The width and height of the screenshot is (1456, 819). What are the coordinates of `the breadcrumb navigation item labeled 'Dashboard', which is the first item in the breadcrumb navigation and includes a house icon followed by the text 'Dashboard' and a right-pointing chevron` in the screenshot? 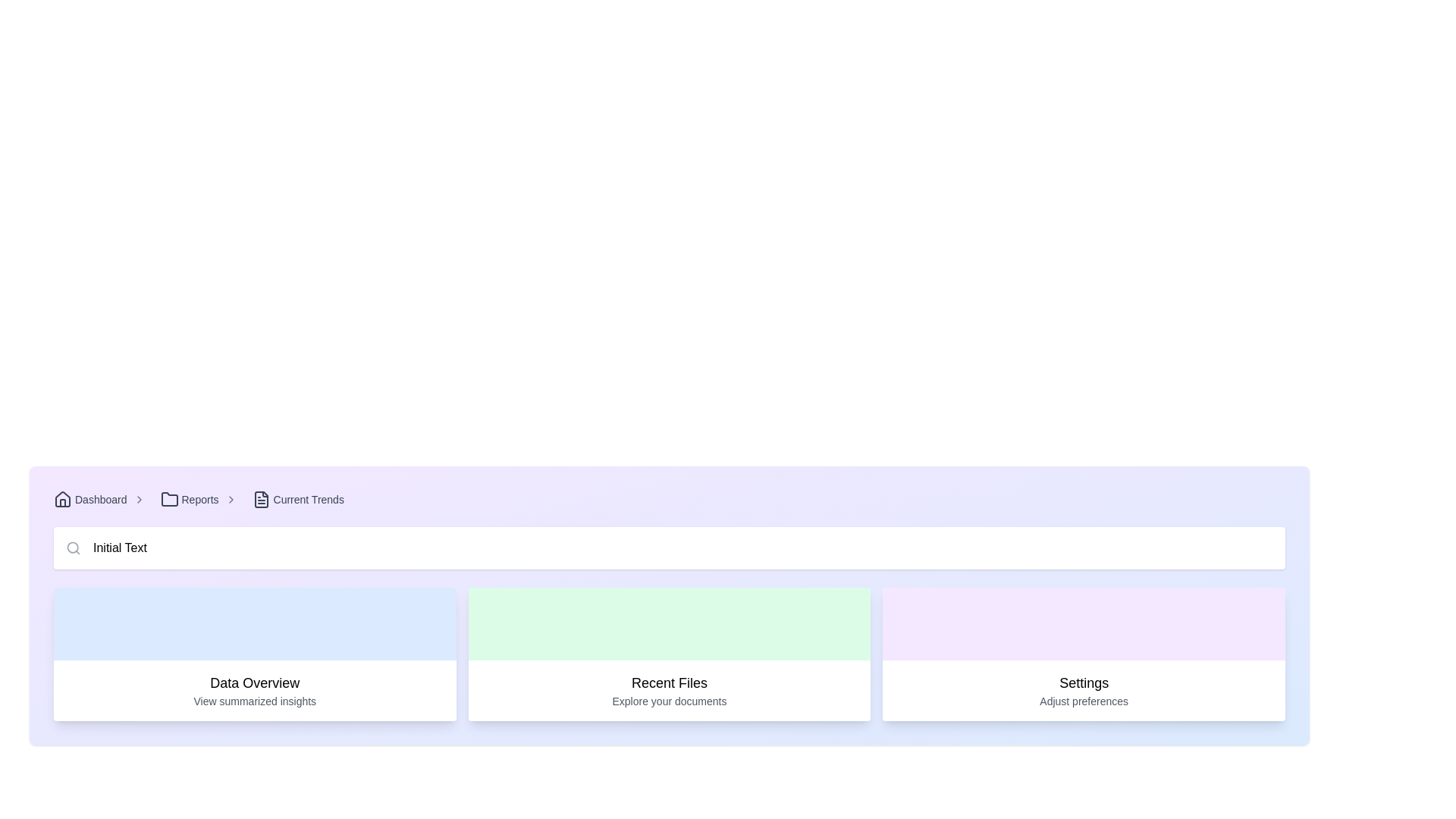 It's located at (102, 500).